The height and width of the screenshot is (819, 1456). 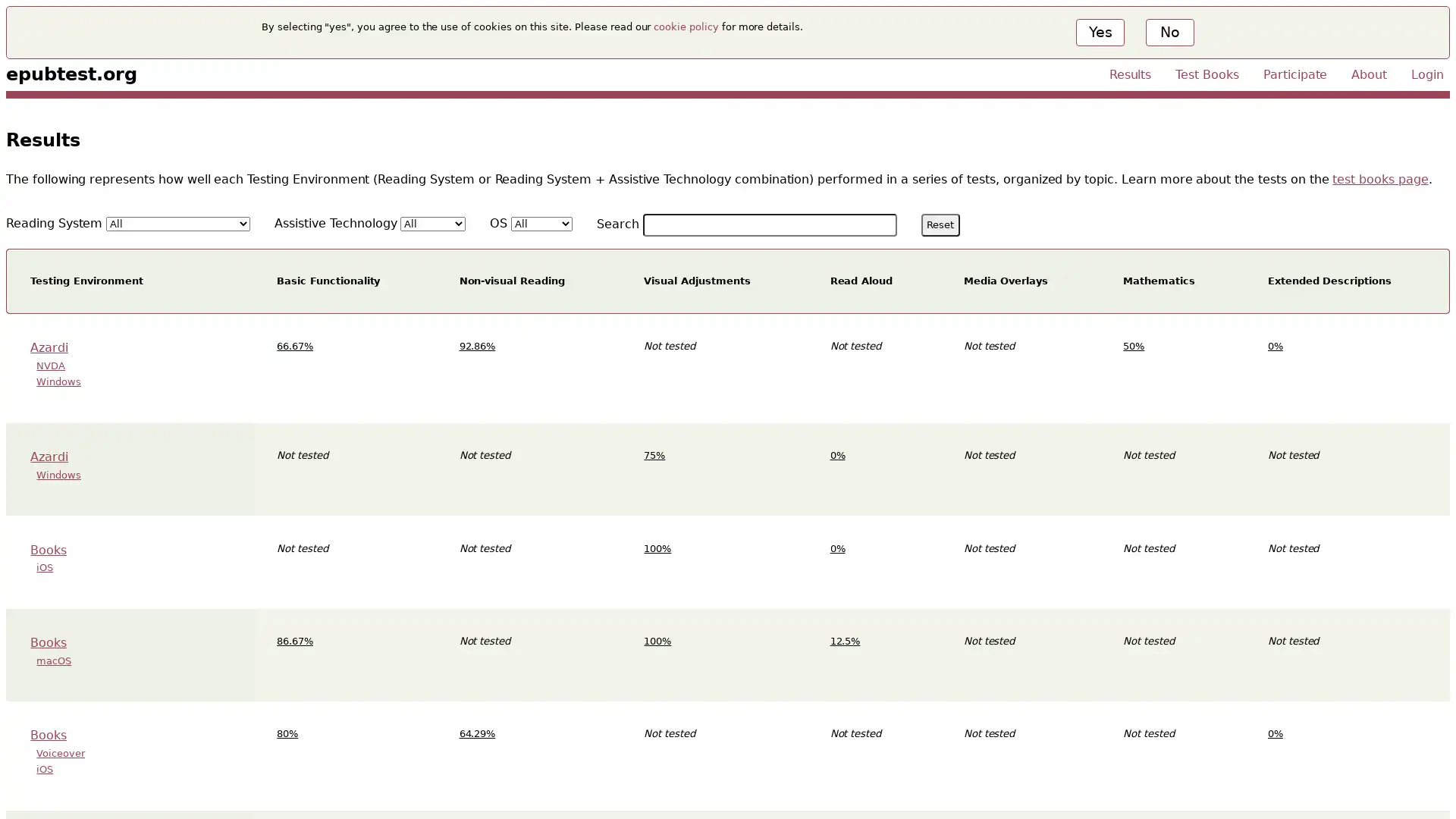 What do you see at coordinates (939, 224) in the screenshot?
I see `Reset` at bounding box center [939, 224].